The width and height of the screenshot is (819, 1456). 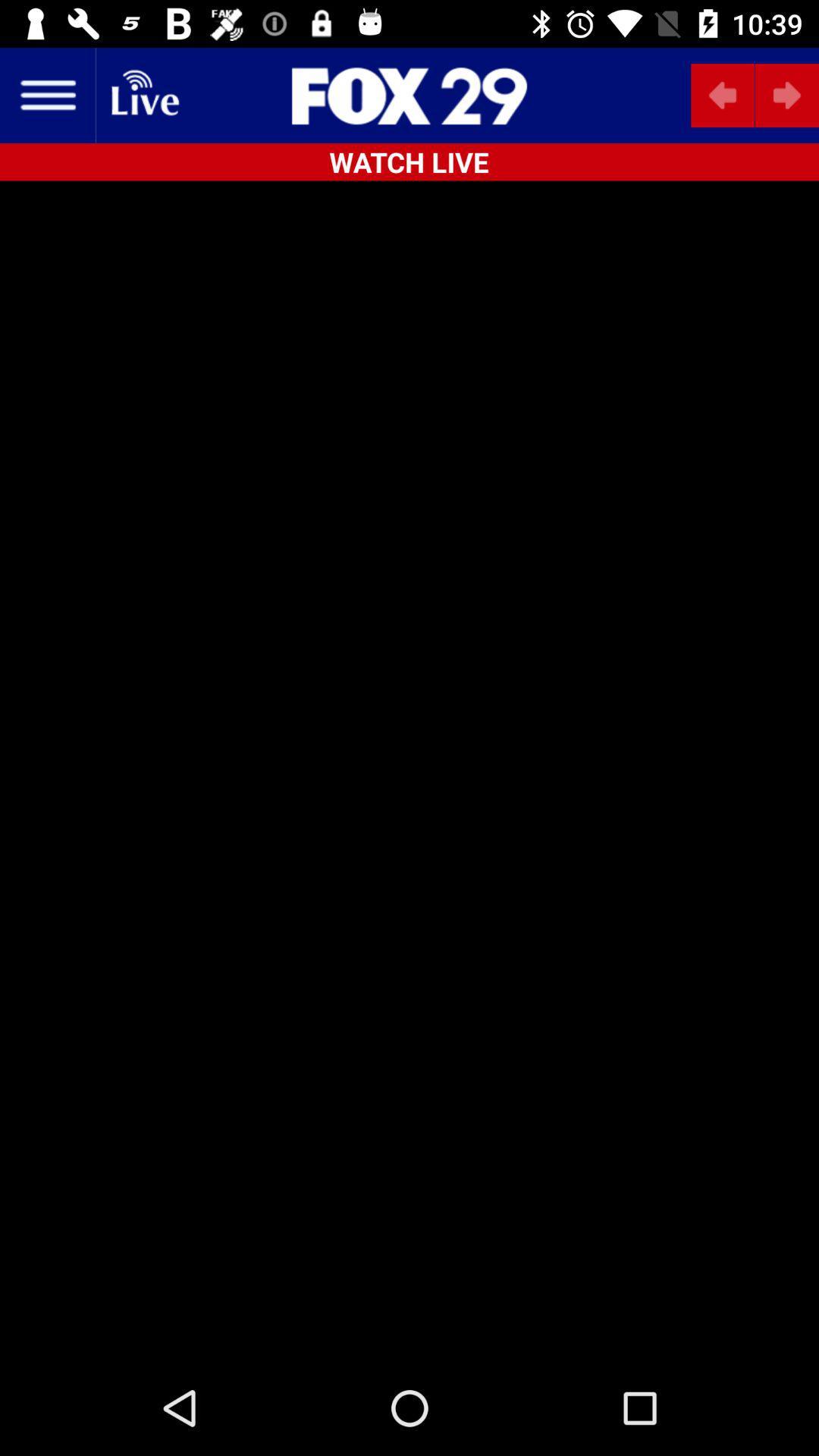 What do you see at coordinates (46, 94) in the screenshot?
I see `the menu icon` at bounding box center [46, 94].